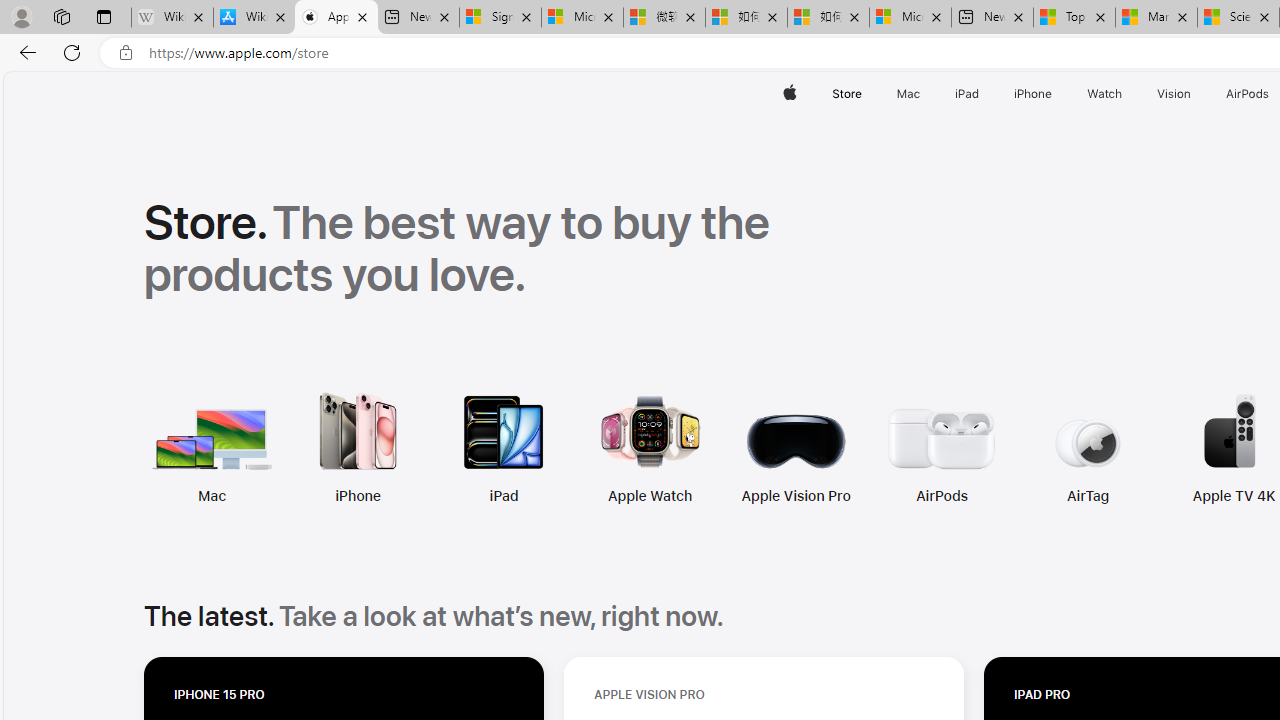 The image size is (1280, 720). Describe the element at coordinates (1175, 93) in the screenshot. I see `'Vision'` at that location.